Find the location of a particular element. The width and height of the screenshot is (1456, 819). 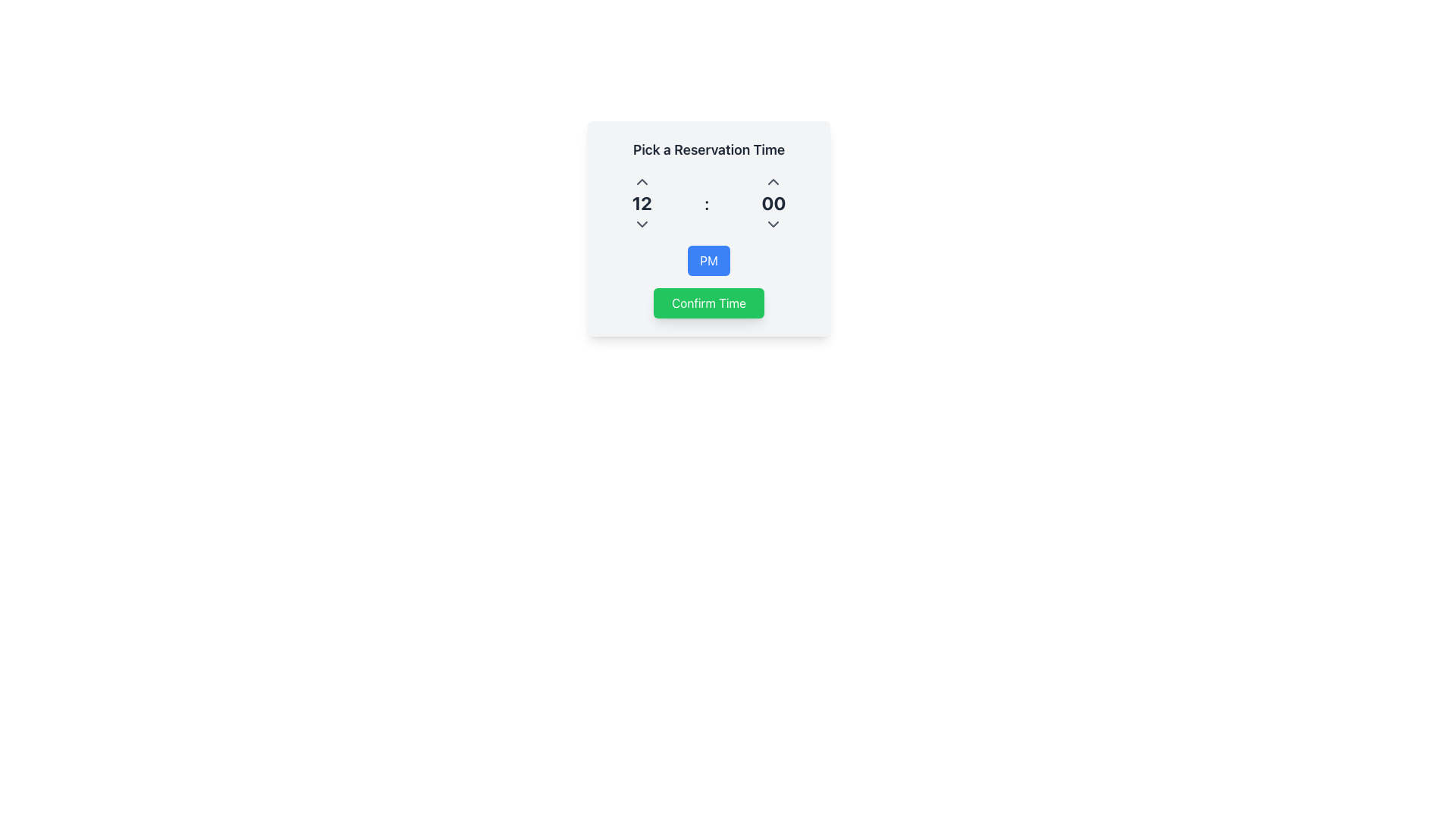

the 'Confirm Time' button, which is a rectangular button with white text on a green background, located at the bottom center of the interface is located at coordinates (708, 303).